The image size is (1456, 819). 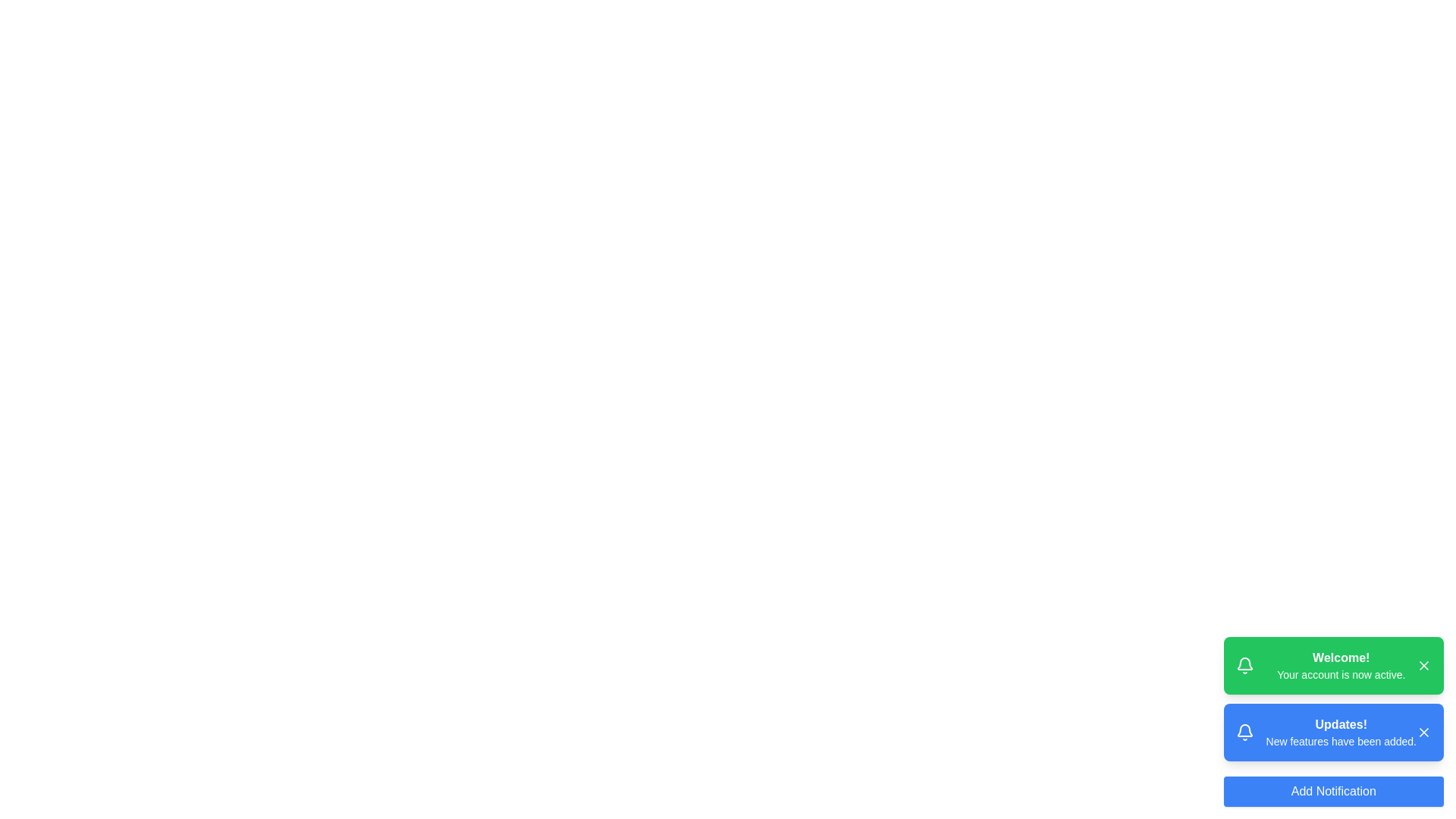 I want to click on the 'Add Notification' button to add a new notification, so click(x=1332, y=791).